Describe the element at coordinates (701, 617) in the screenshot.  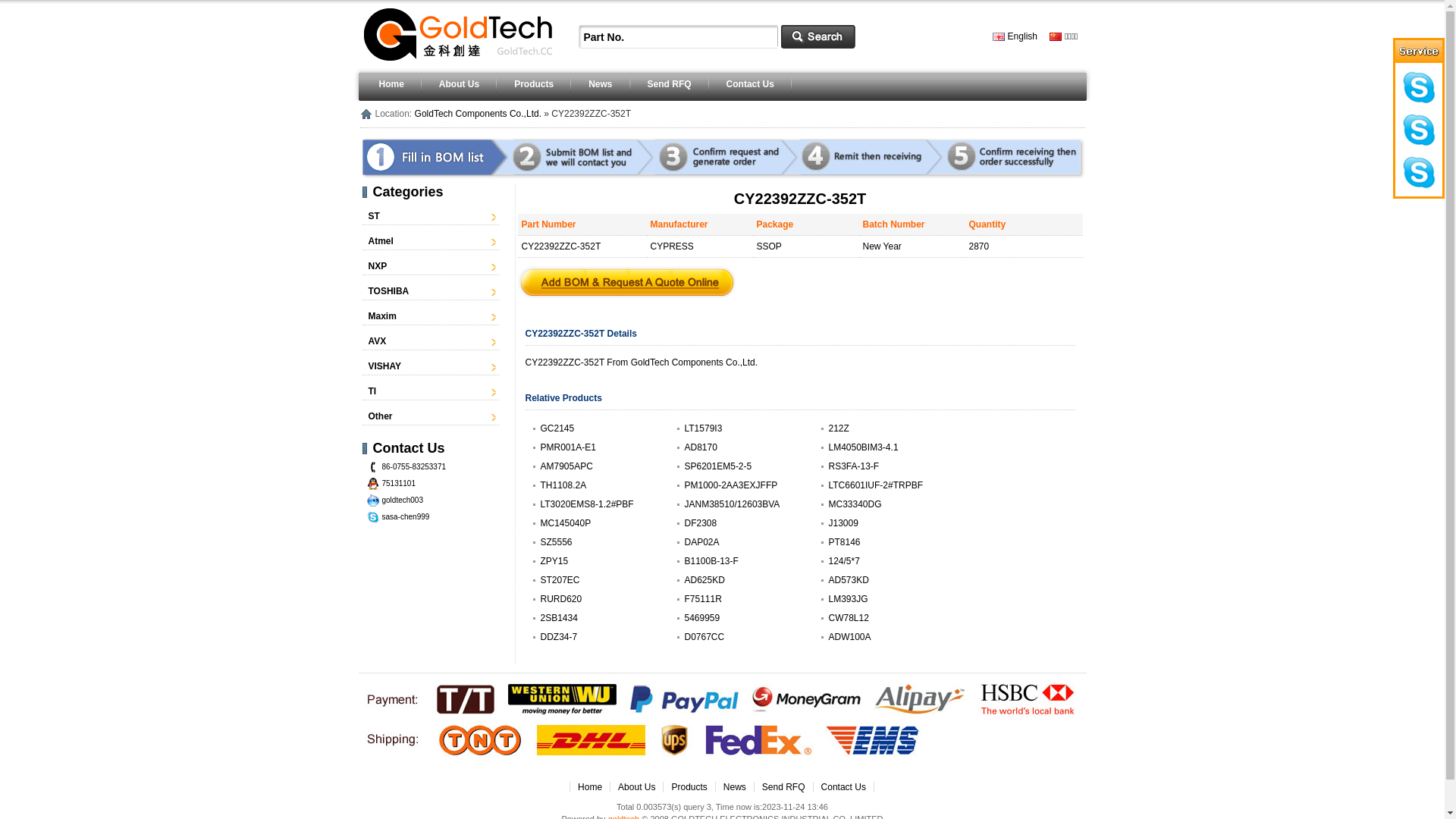
I see `'5469959'` at that location.